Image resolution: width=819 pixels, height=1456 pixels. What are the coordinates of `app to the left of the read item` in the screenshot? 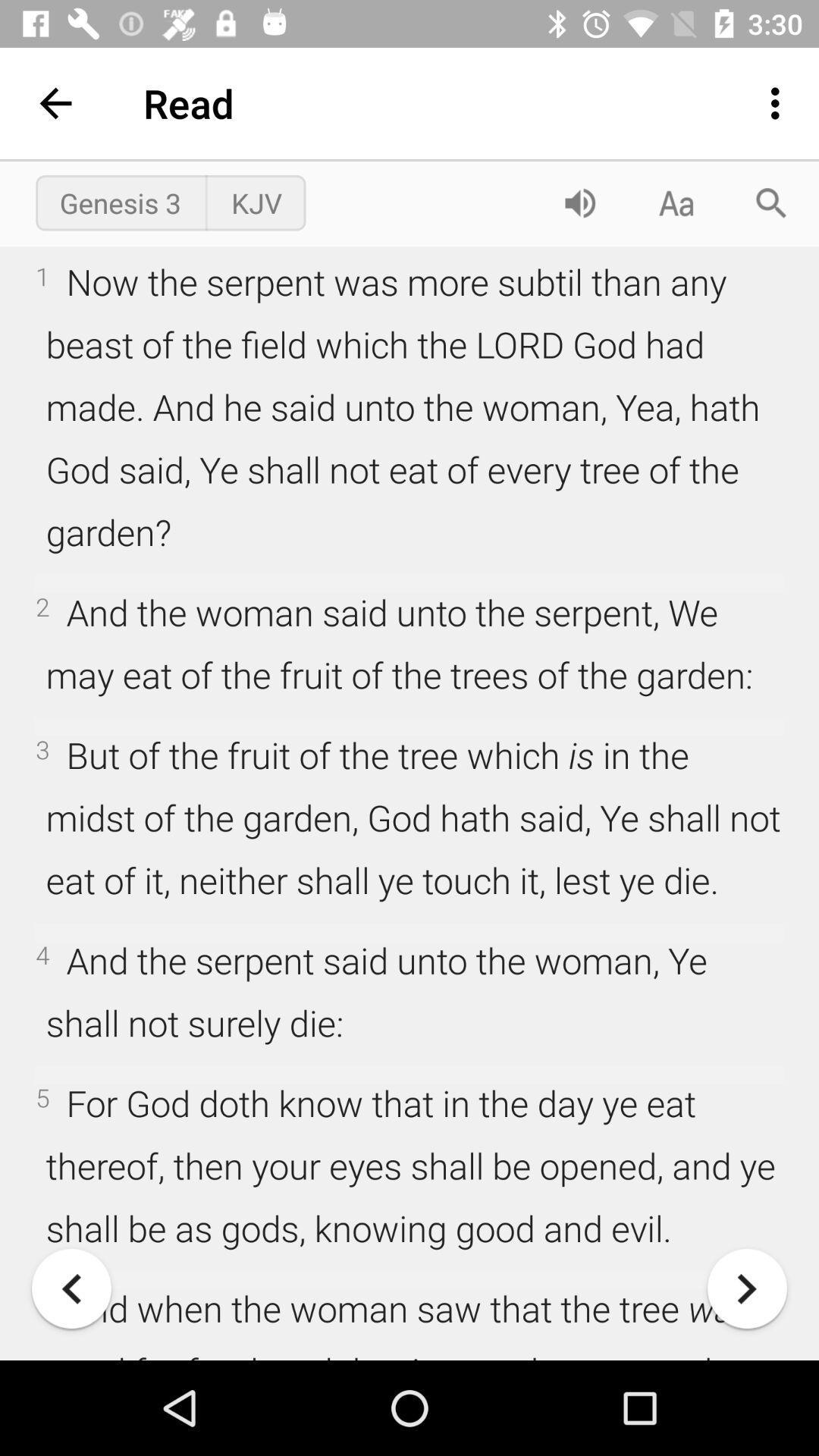 It's located at (55, 102).